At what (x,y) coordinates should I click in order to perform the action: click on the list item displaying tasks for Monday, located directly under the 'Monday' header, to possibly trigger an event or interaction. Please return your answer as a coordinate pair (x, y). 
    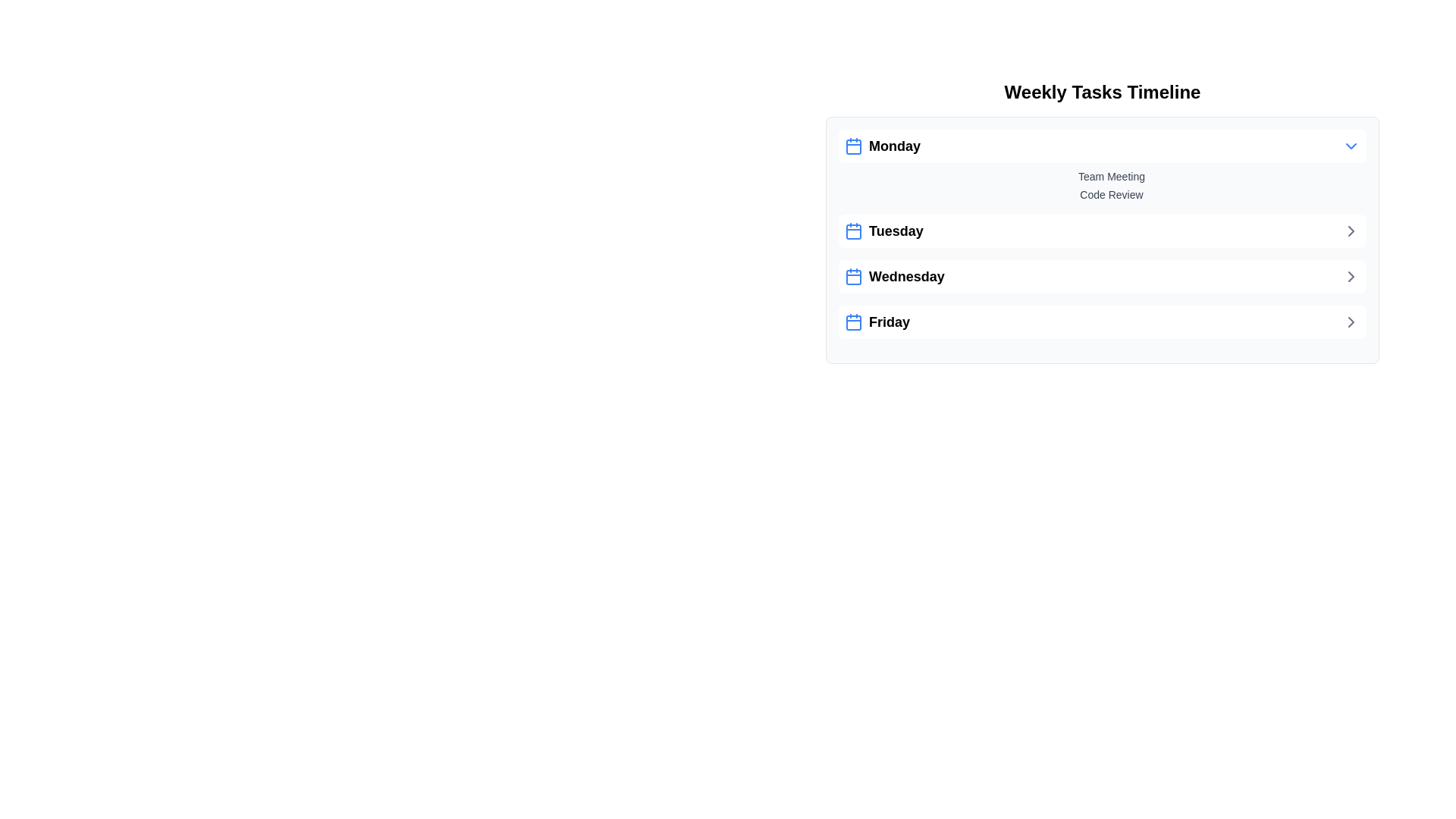
    Looking at the image, I should click on (1103, 185).